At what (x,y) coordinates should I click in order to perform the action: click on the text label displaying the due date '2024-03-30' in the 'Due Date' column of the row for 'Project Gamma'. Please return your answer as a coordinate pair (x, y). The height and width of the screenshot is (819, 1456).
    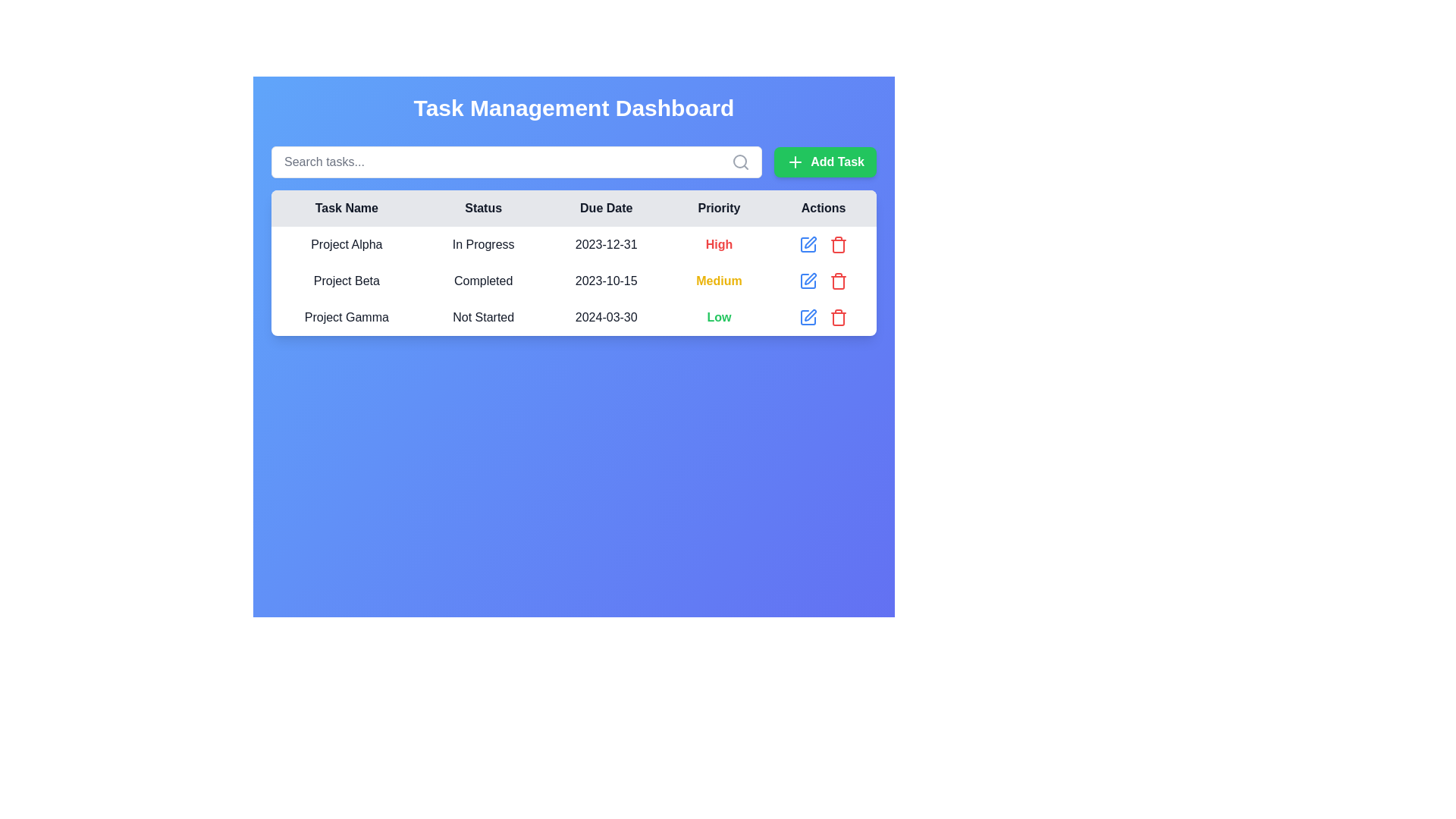
    Looking at the image, I should click on (605, 317).